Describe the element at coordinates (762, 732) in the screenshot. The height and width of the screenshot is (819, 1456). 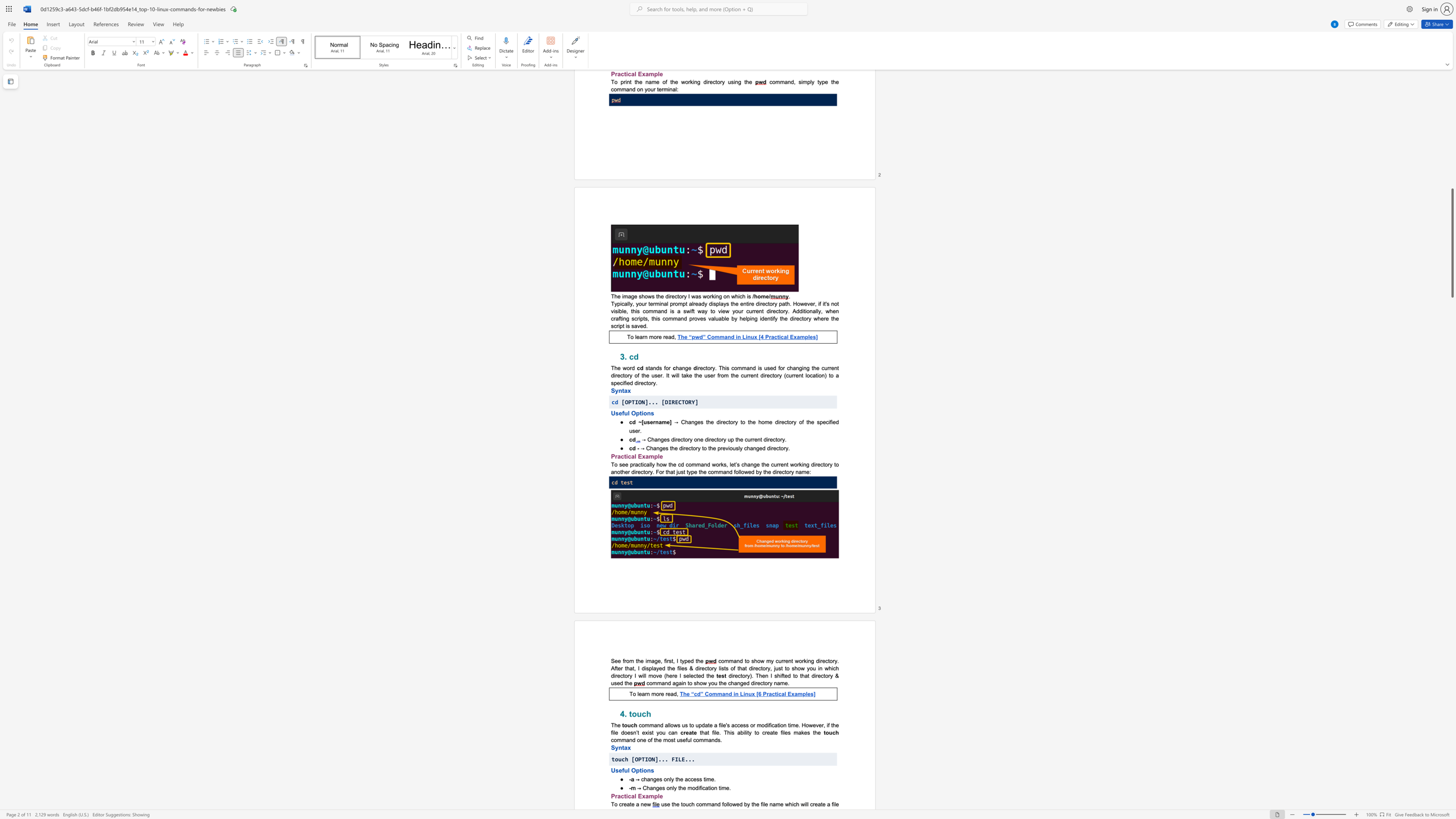
I see `the subset text "crea" within the text "that file. This ability to create files makes the"` at that location.